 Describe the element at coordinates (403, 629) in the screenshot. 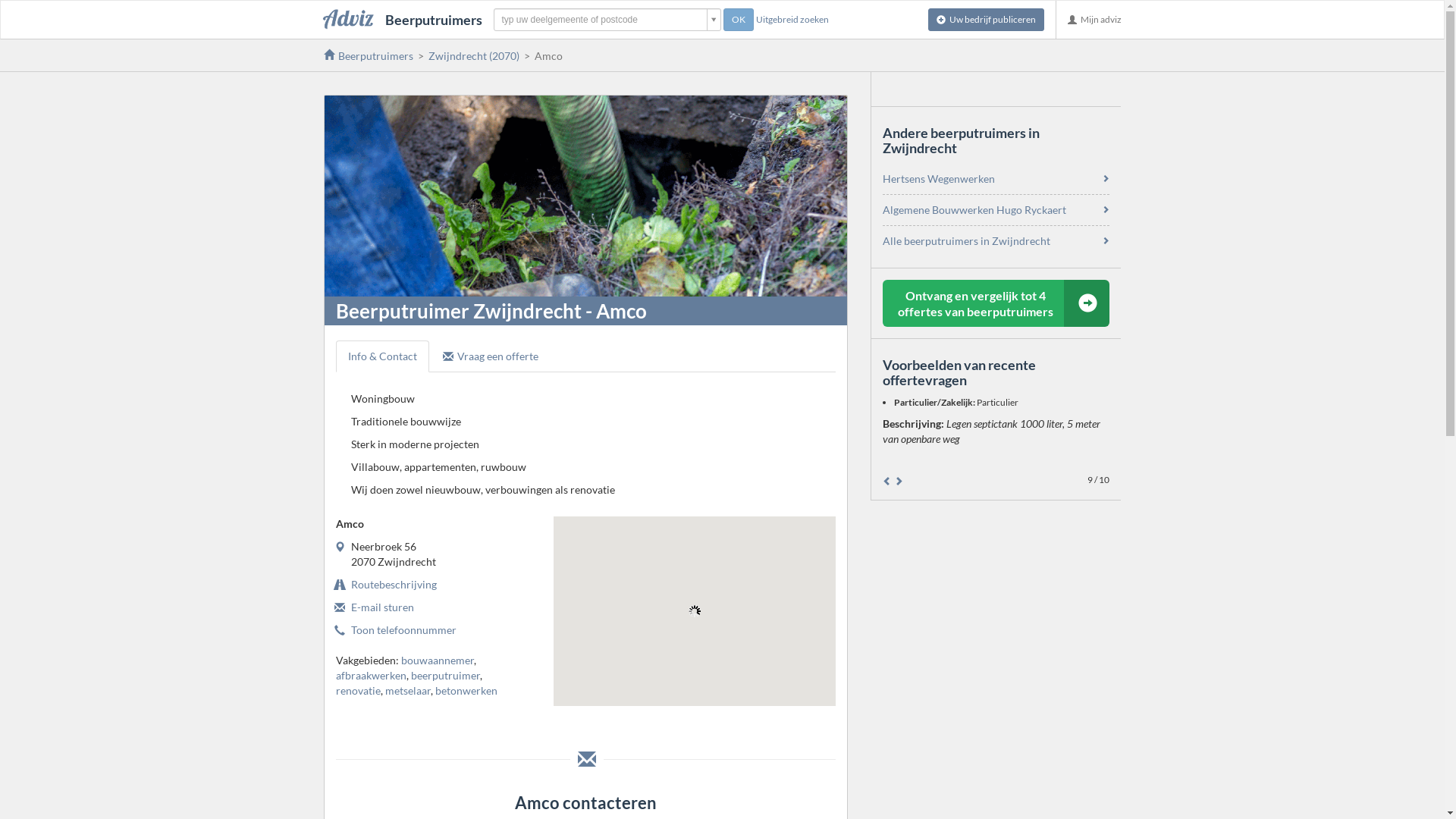

I see `'Toon telefoonnummer'` at that location.